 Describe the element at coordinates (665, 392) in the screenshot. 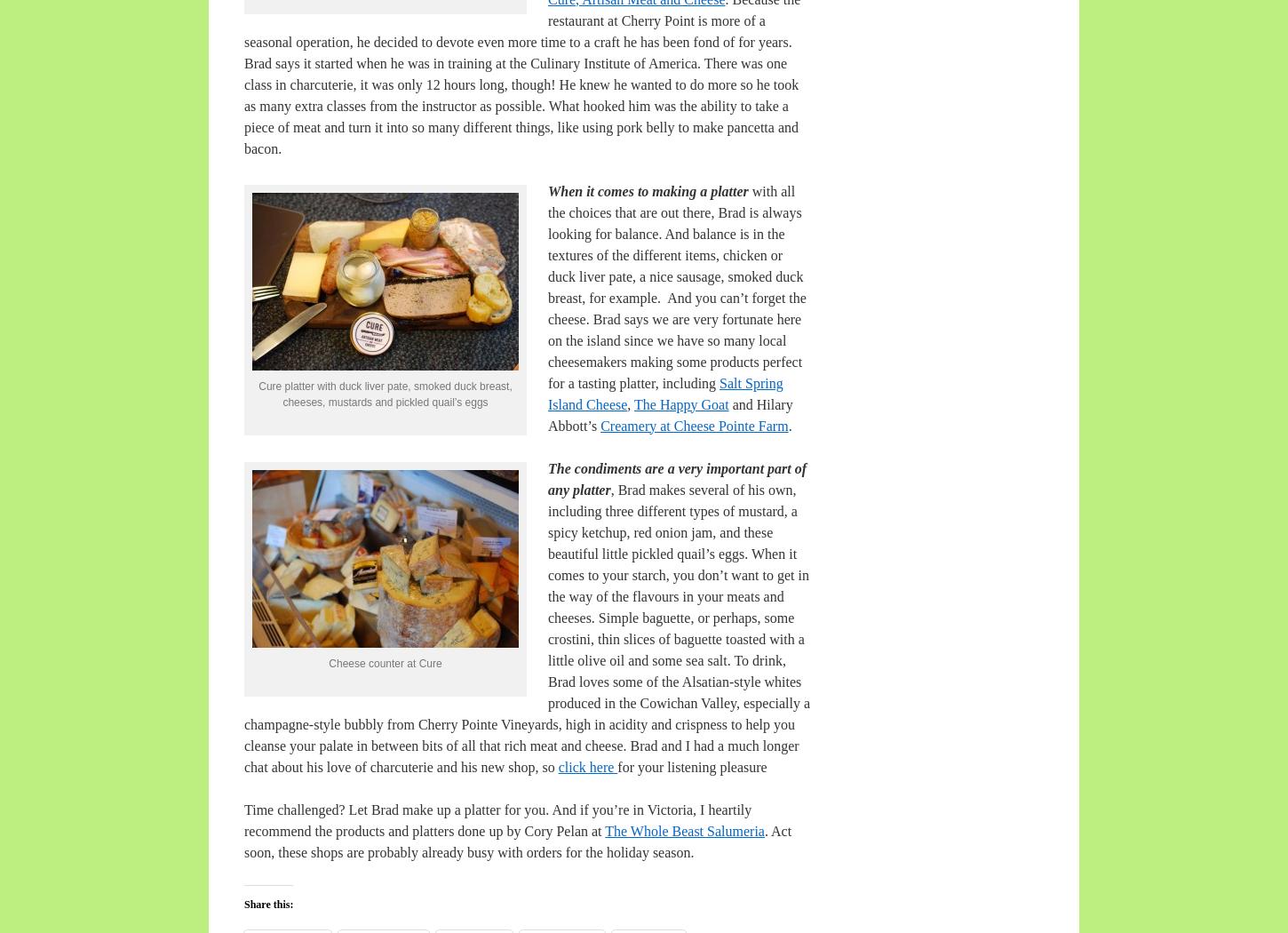

I see `'Salt Spring Island Cheese'` at that location.